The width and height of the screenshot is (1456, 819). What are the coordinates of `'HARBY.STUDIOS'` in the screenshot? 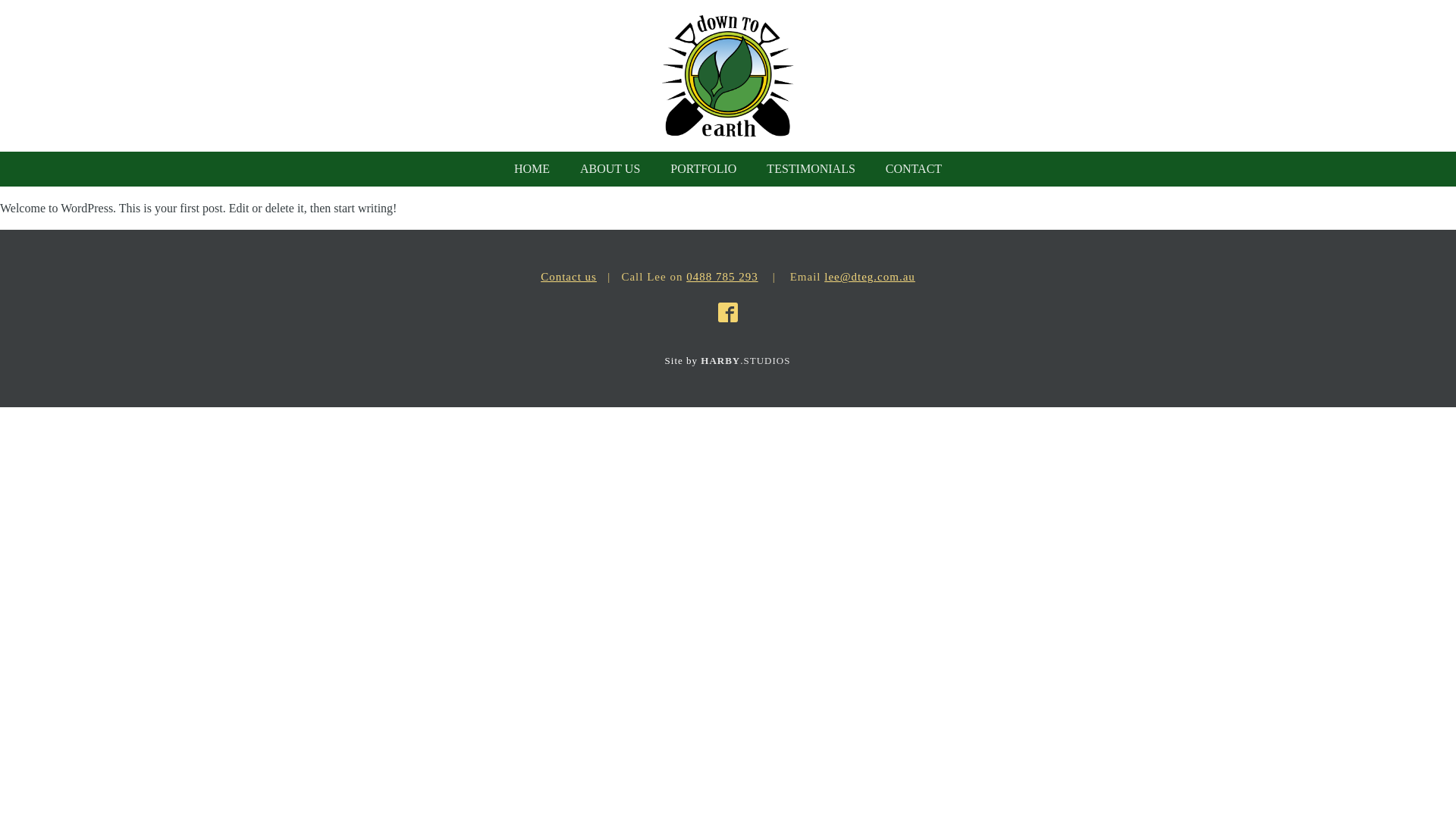 It's located at (745, 360).